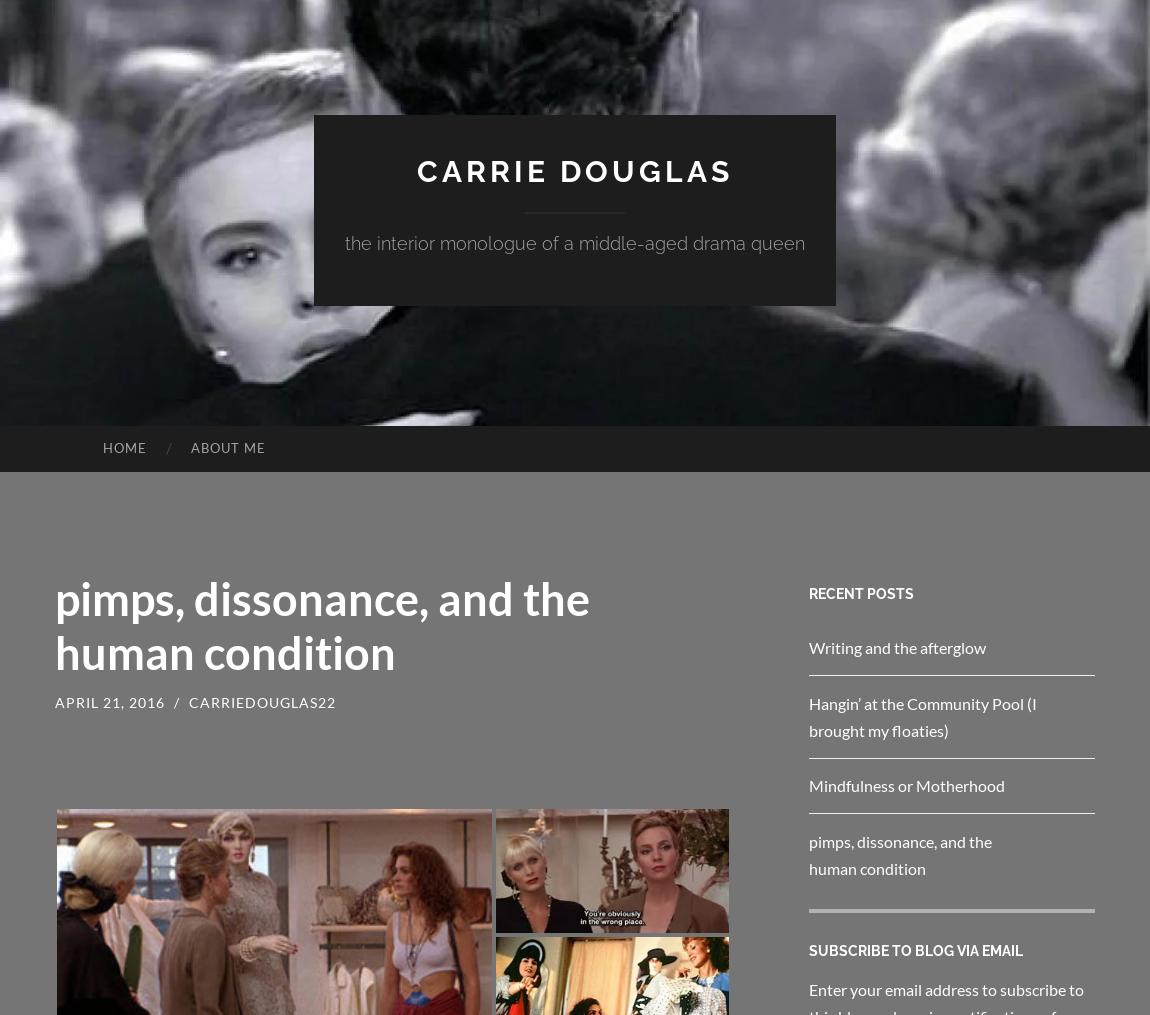  What do you see at coordinates (808, 715) in the screenshot?
I see `'Hangin’ at the Community Pool (I brought my floaties)'` at bounding box center [808, 715].